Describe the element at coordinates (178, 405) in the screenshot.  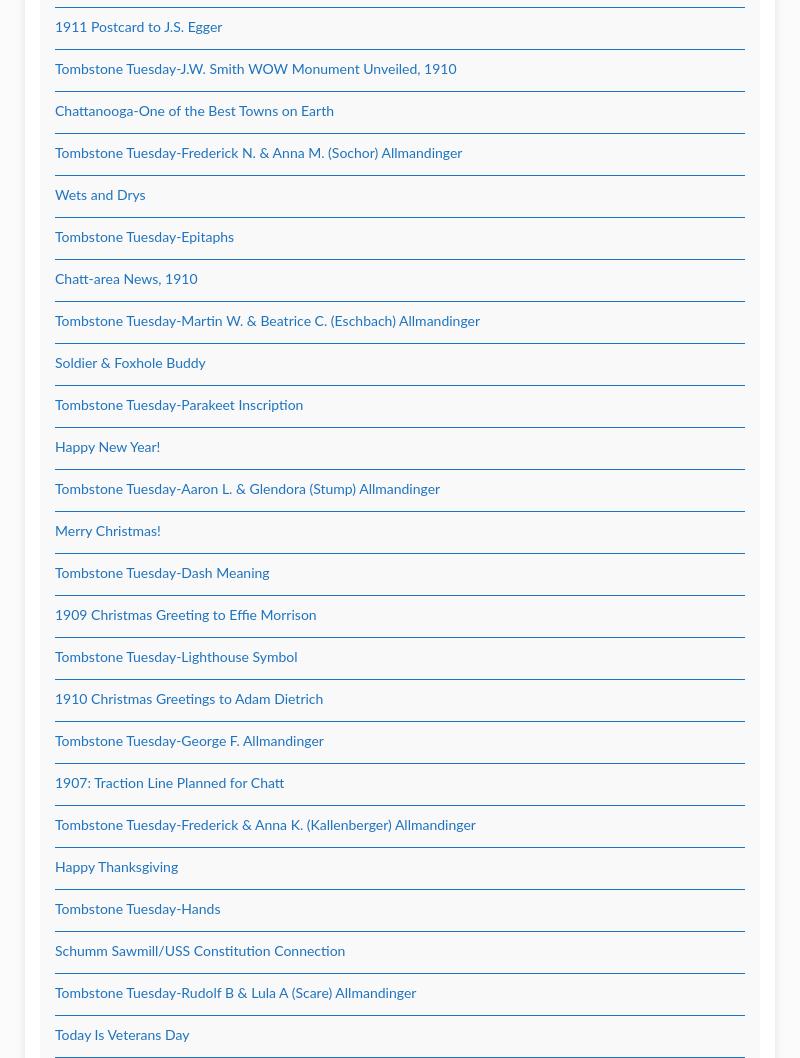
I see `'Tombstone Tuesday-Parakeet Inscription'` at that location.